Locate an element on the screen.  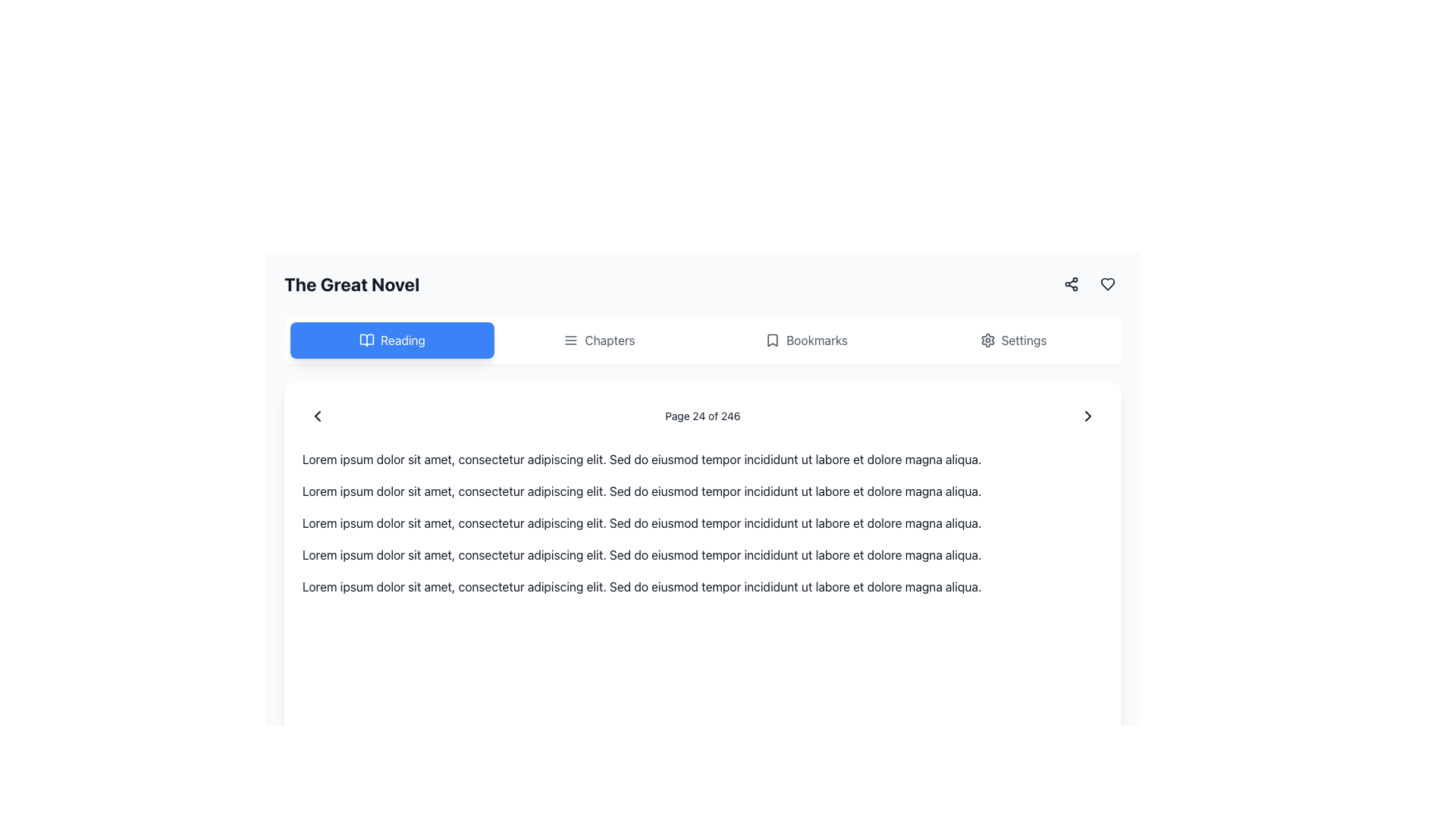
the right half of the book-shaped icon located in the header navigation bar, which is associated with reading or literature is located at coordinates (367, 339).